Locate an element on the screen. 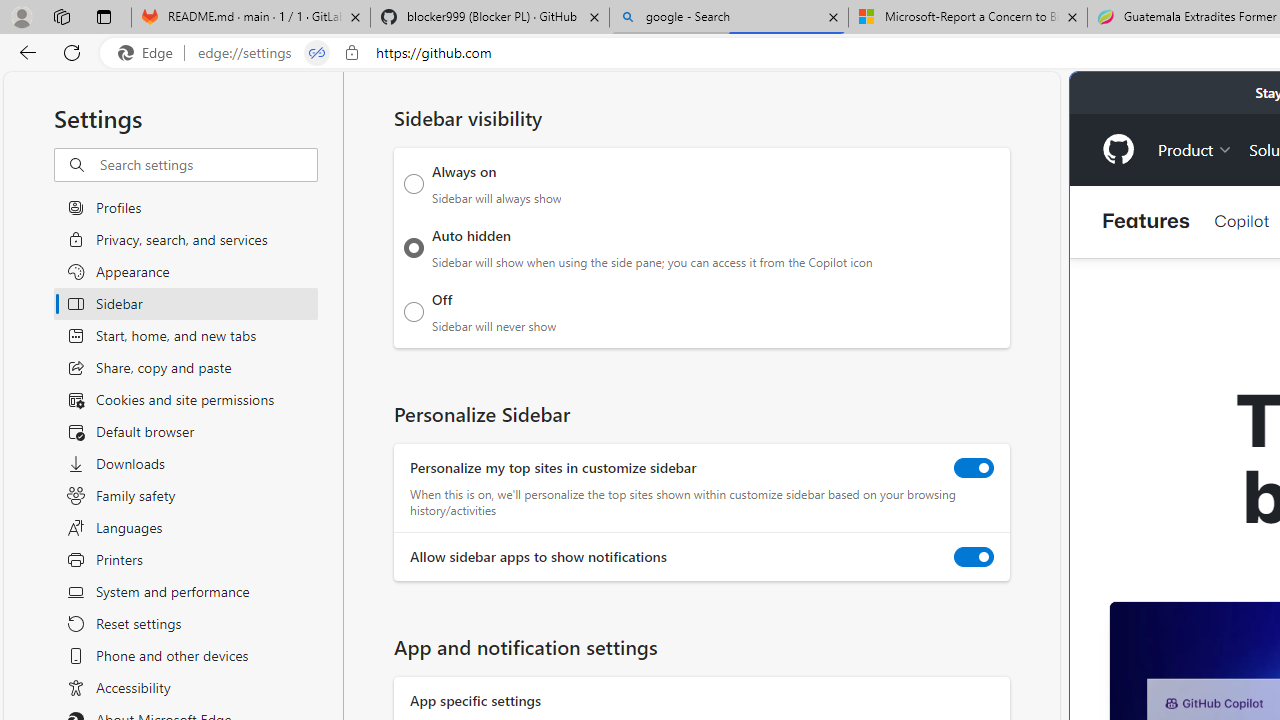 Image resolution: width=1280 pixels, height=720 pixels. 'Personalize my top sites in customize sidebar' is located at coordinates (974, 468).